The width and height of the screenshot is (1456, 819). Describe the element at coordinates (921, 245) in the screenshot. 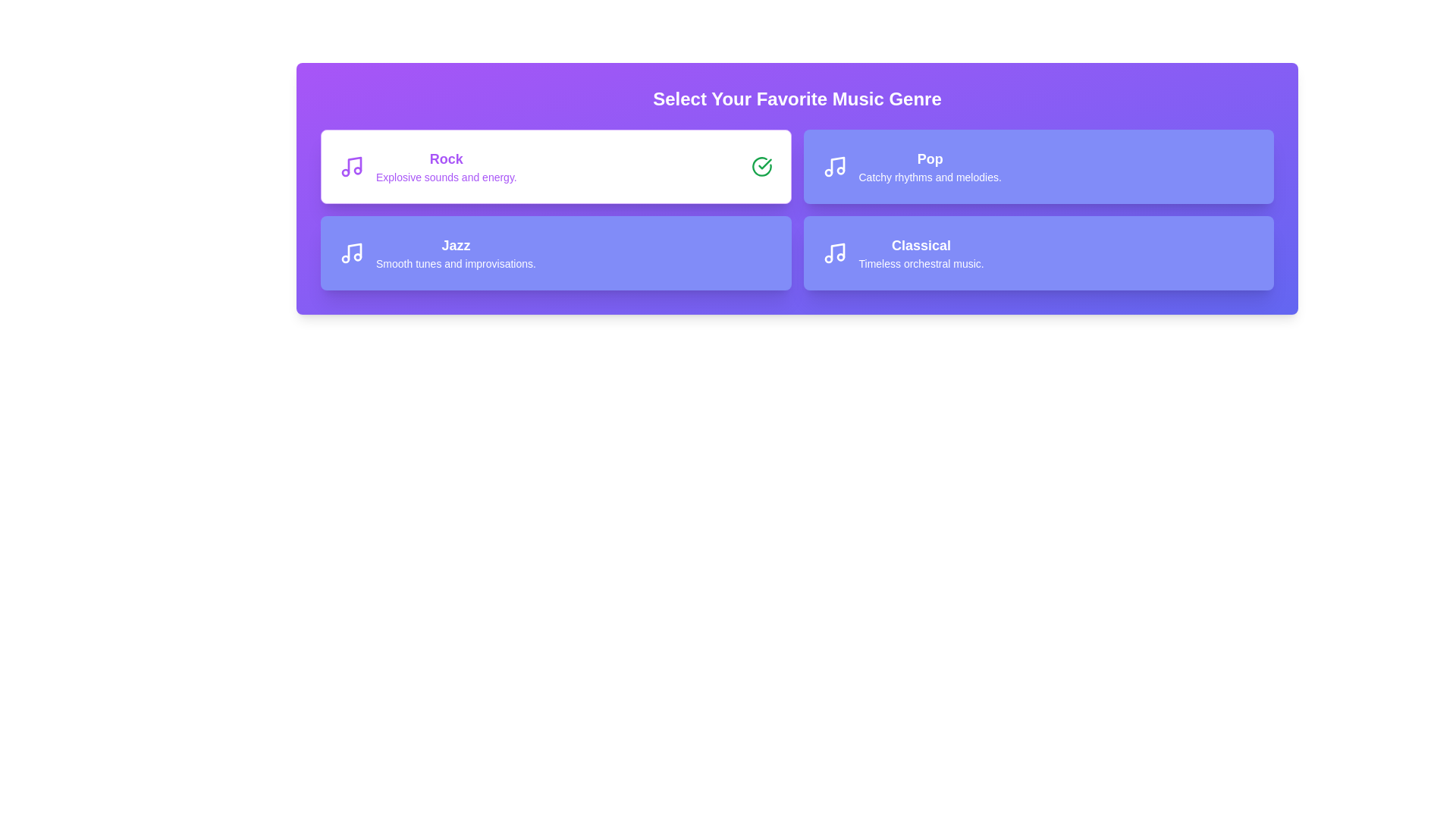

I see `the text label displaying 'Classical' in bold, large white font on a blue background, located in the 'Select Your Favorite Music Genre' section` at that location.